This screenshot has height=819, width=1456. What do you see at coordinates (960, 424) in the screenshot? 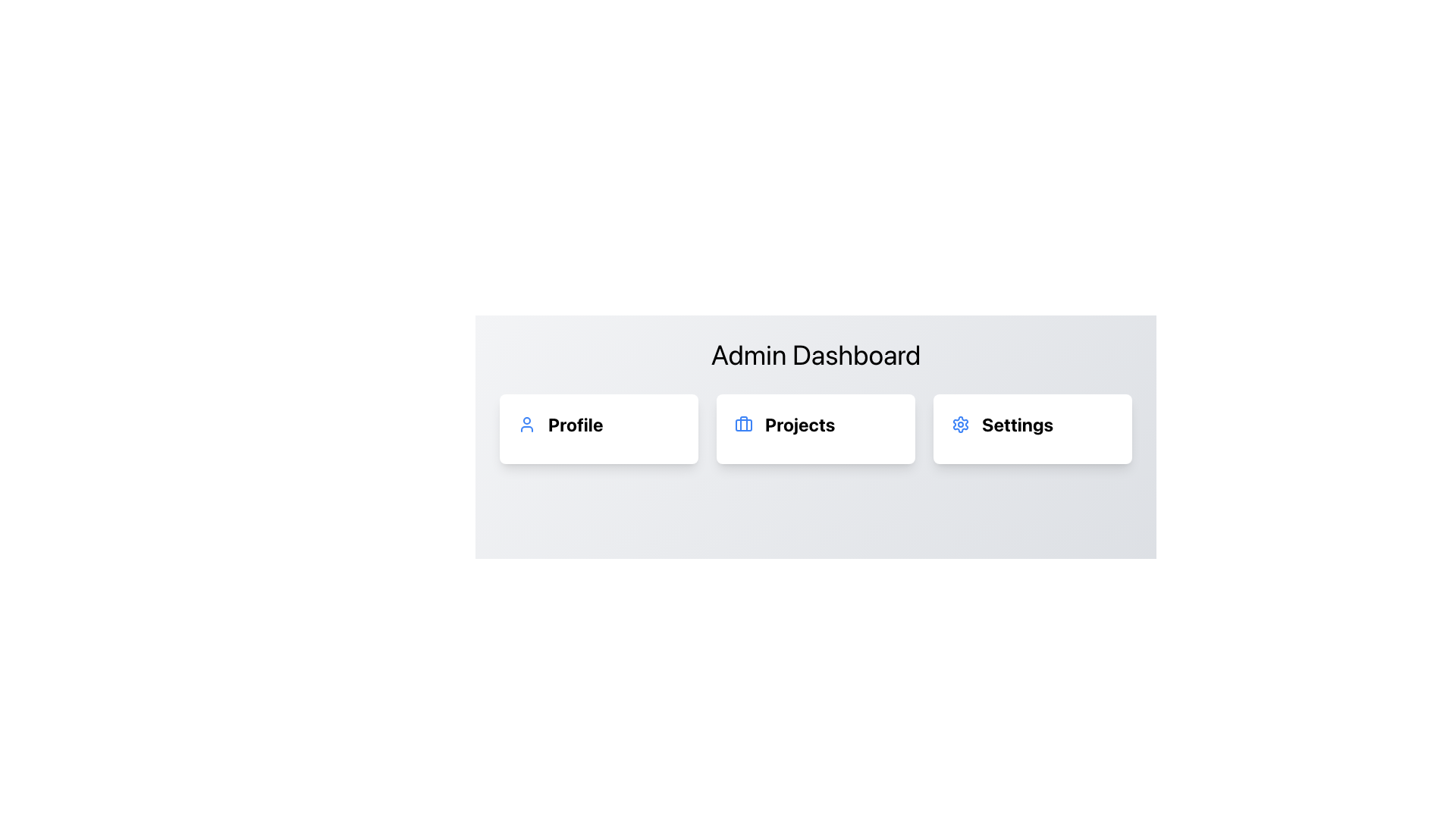
I see `the settings icon located to the left of the 'Settings' text in the rightmost card` at bounding box center [960, 424].